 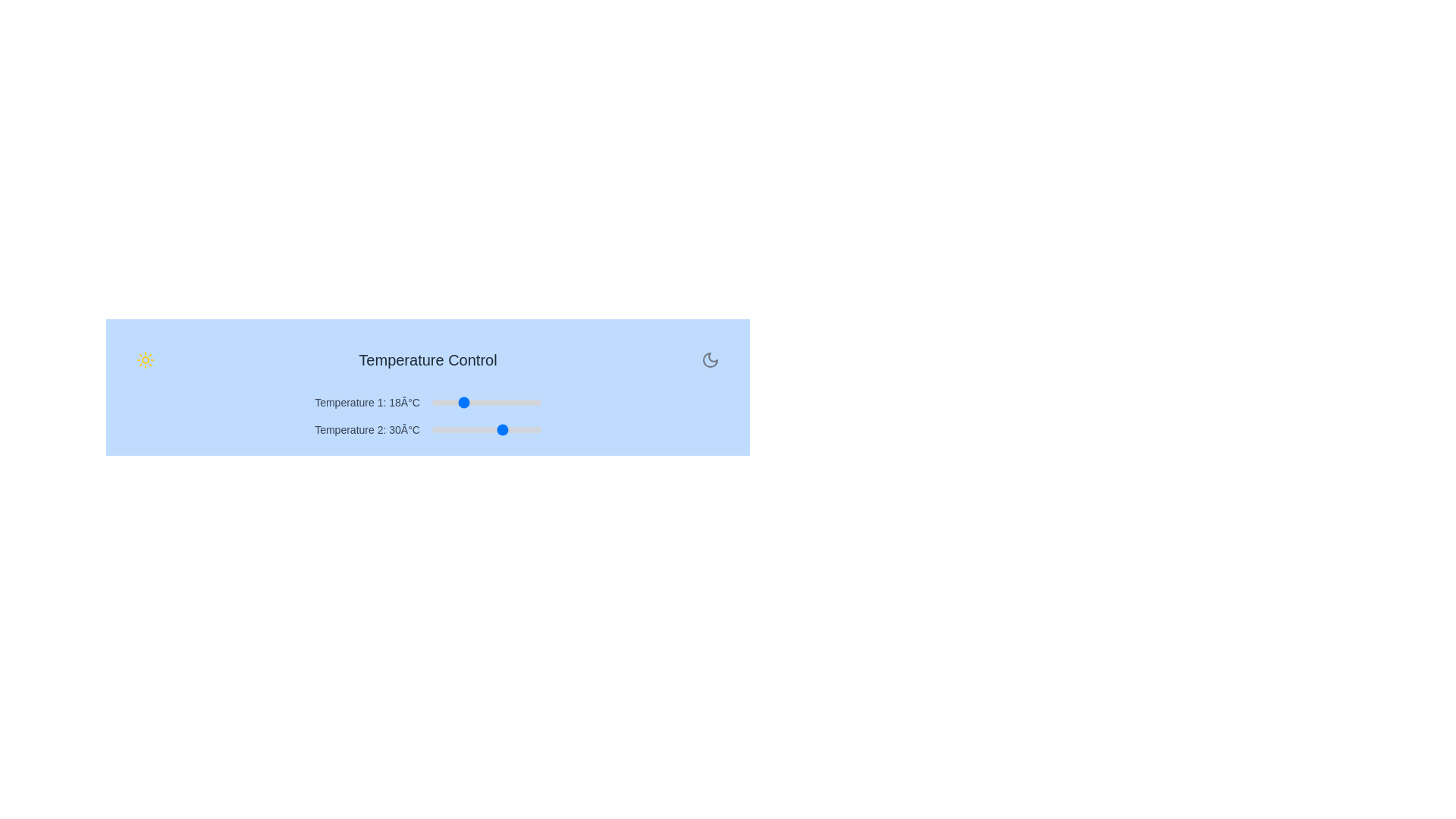 I want to click on the temperature slider, so click(x=446, y=430).